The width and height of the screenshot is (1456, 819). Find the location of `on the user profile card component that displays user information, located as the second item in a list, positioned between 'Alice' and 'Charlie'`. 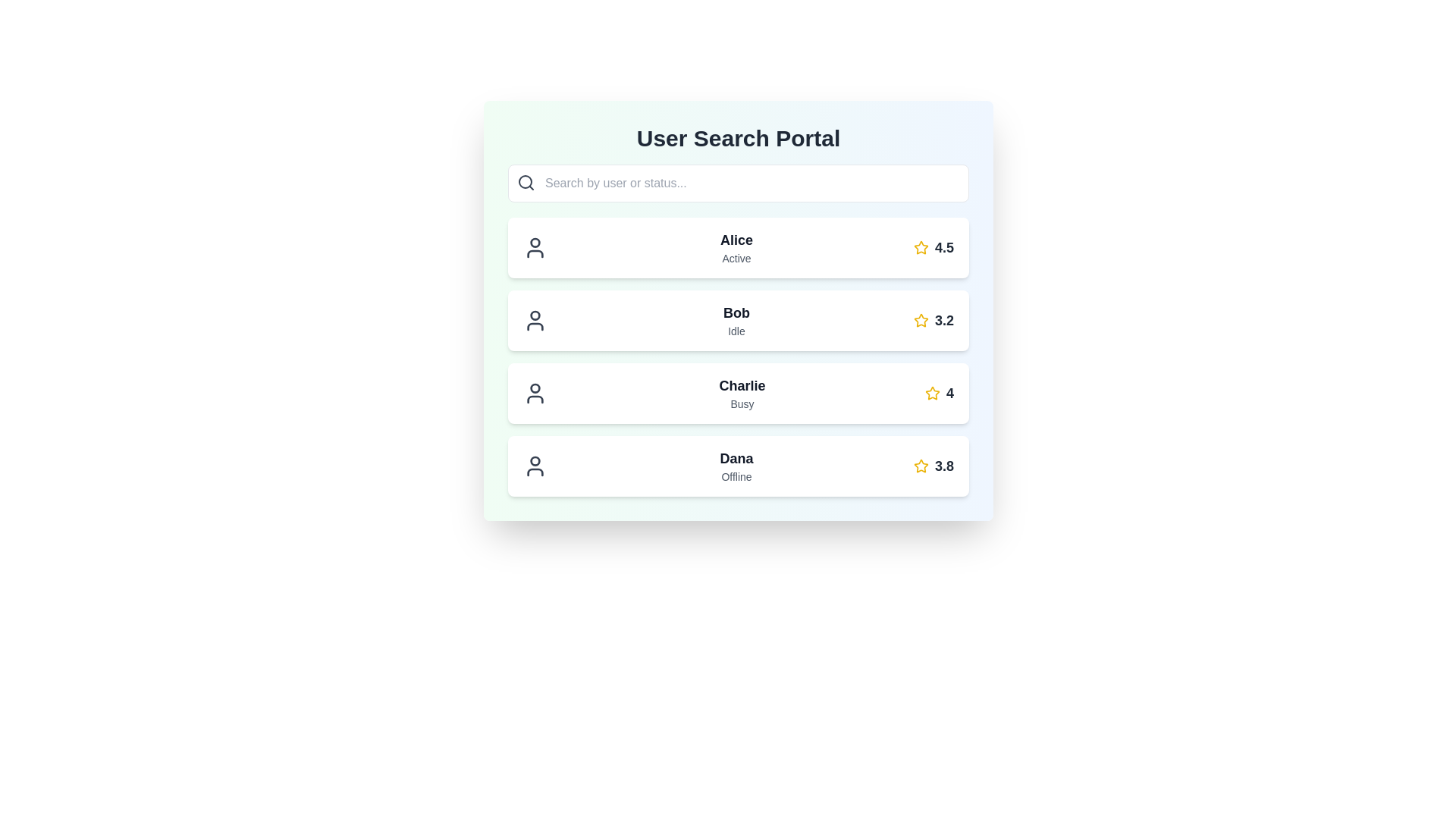

on the user profile card component that displays user information, located as the second item in a list, positioned between 'Alice' and 'Charlie' is located at coordinates (739, 320).